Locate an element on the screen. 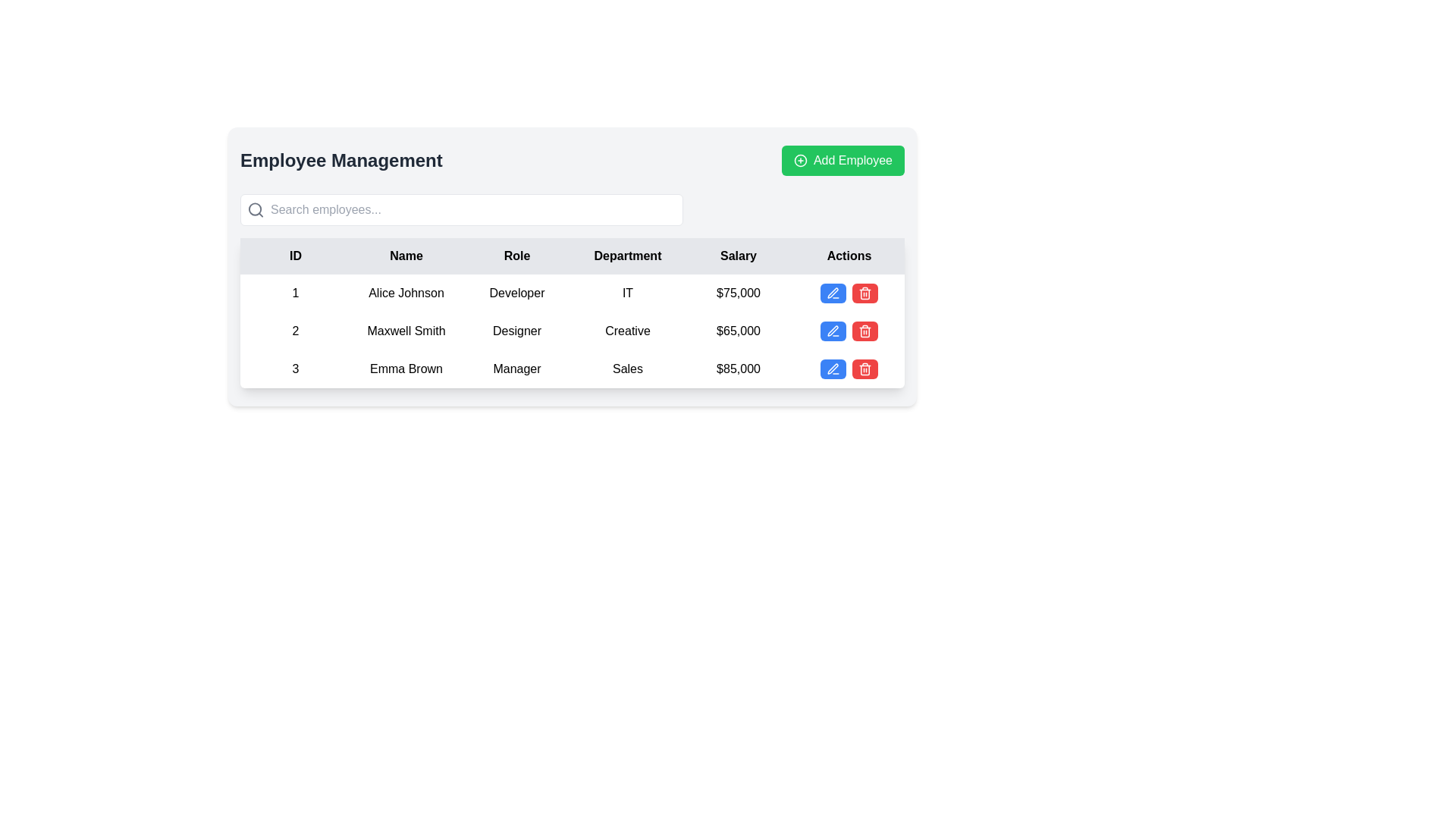 Image resolution: width=1456 pixels, height=819 pixels. the text element displaying the name 'Maxwell Smith' in the second row of the table under the 'Name' column is located at coordinates (406, 330).